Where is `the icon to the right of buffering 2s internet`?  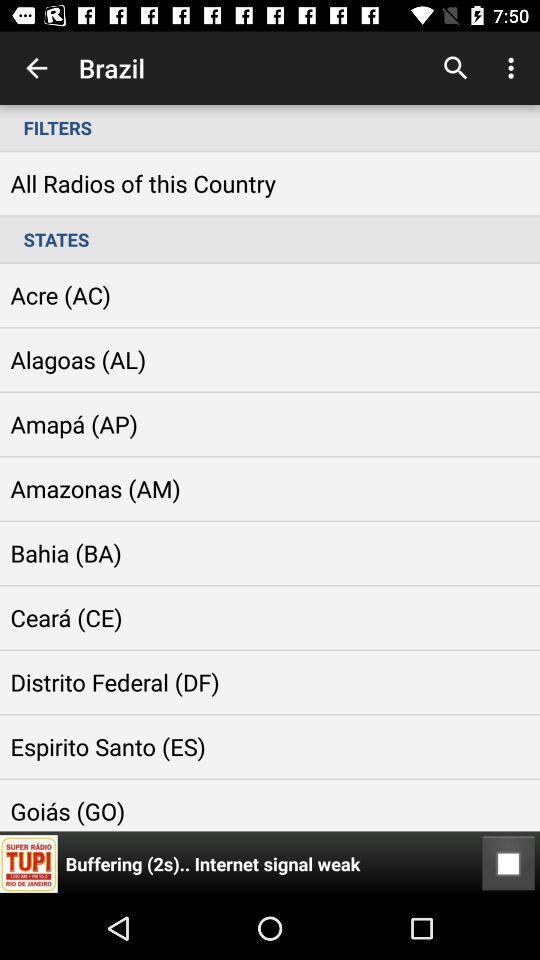
the icon to the right of buffering 2s internet is located at coordinates (508, 863).